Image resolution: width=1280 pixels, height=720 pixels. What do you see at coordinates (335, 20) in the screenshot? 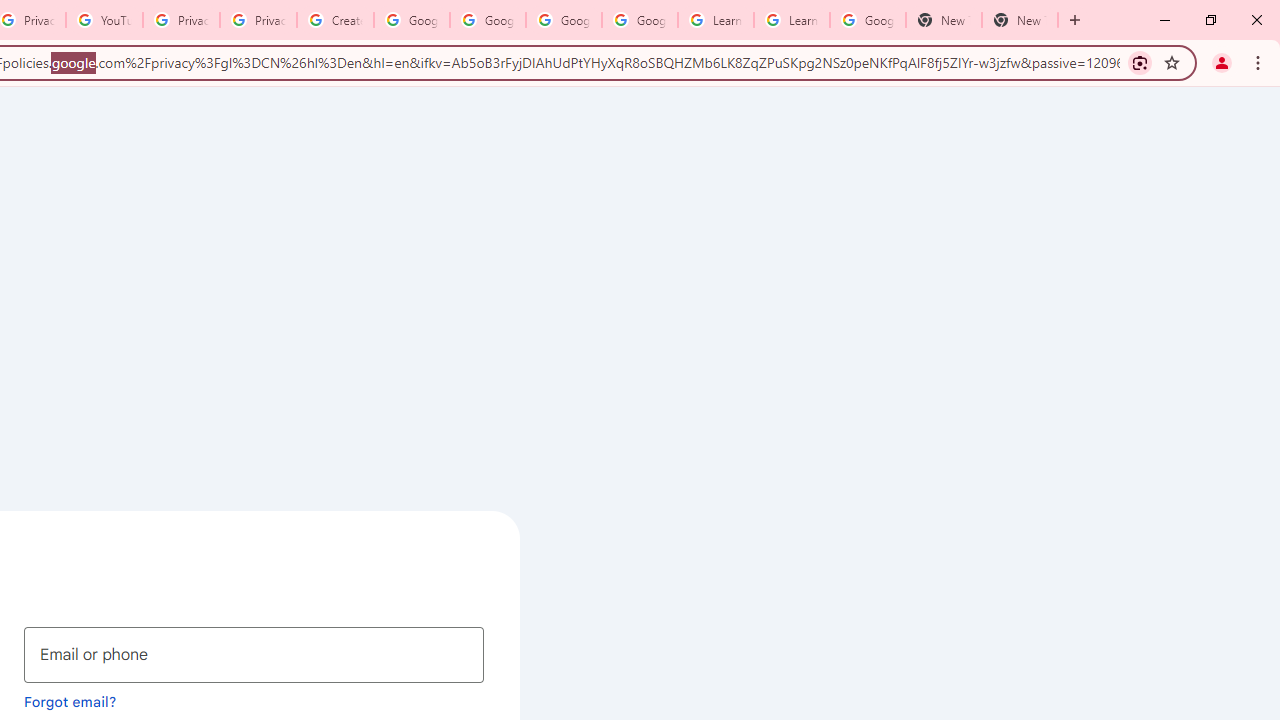
I see `'Create your Google Account'` at bounding box center [335, 20].